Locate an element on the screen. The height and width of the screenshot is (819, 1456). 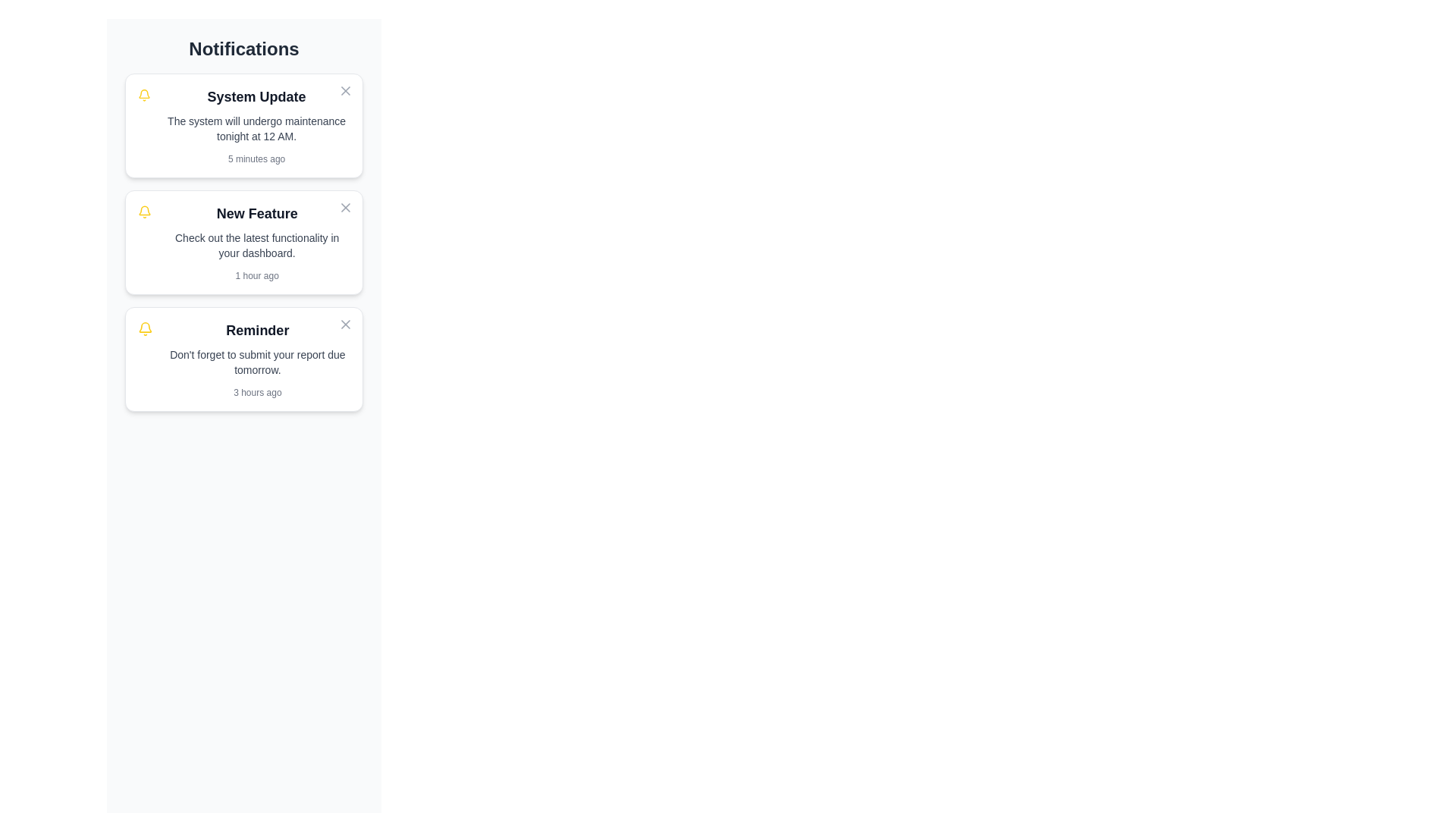
notification details from the Notification Card titled 'System Update', which contains a description about system maintenance and is located at the top of the notification list is located at coordinates (256, 124).